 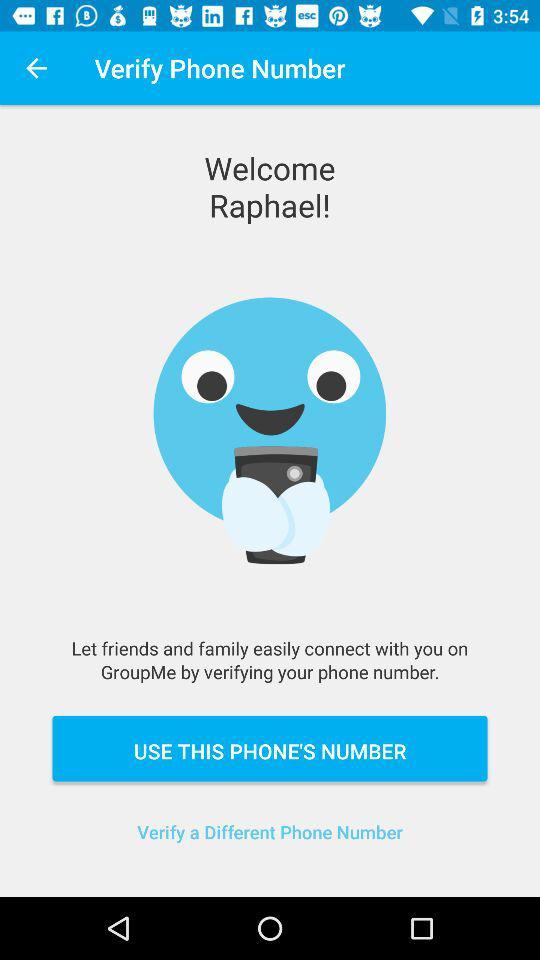 I want to click on the use this phone item, so click(x=270, y=747).